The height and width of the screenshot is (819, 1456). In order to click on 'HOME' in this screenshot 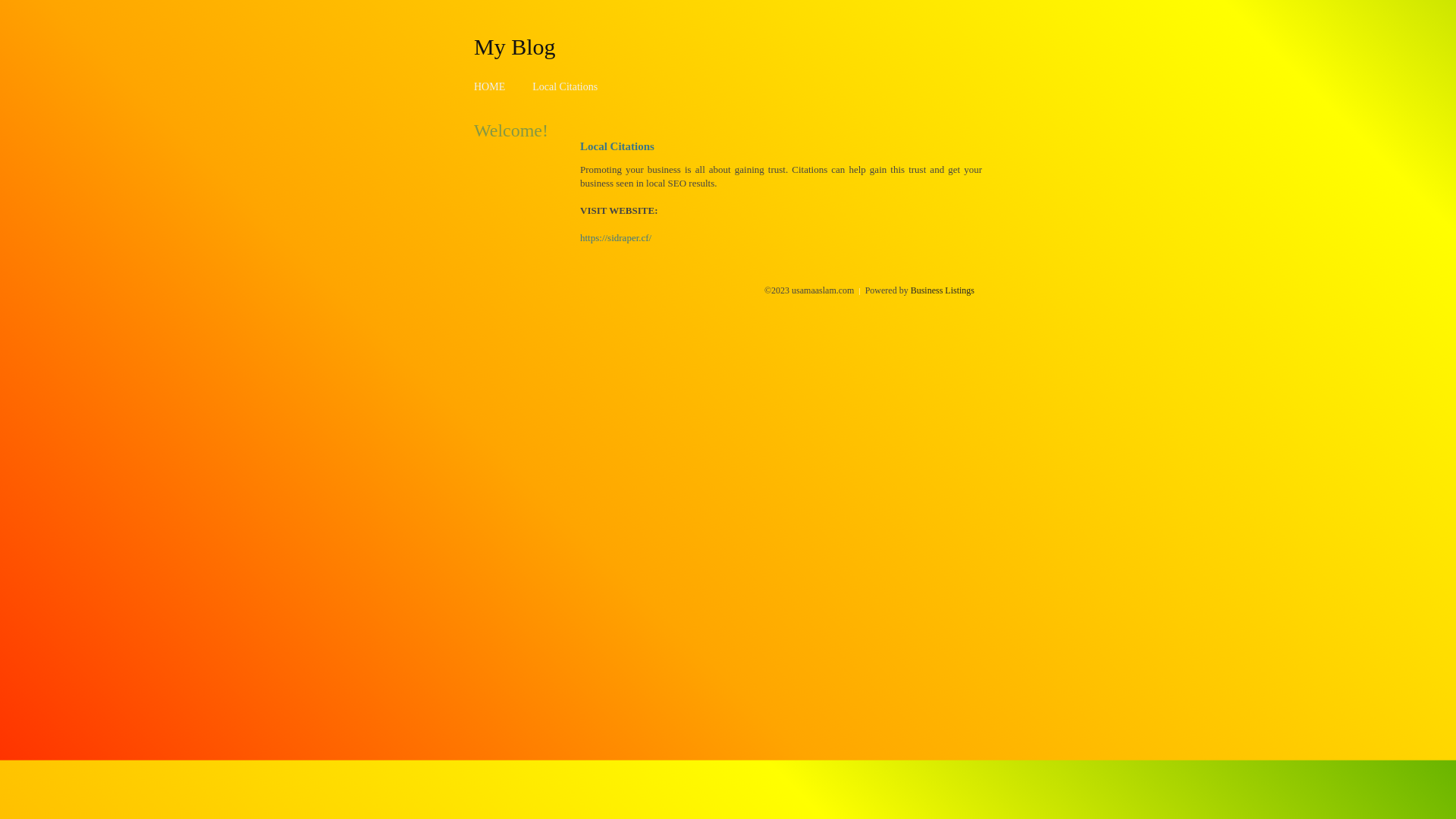, I will do `click(489, 86)`.